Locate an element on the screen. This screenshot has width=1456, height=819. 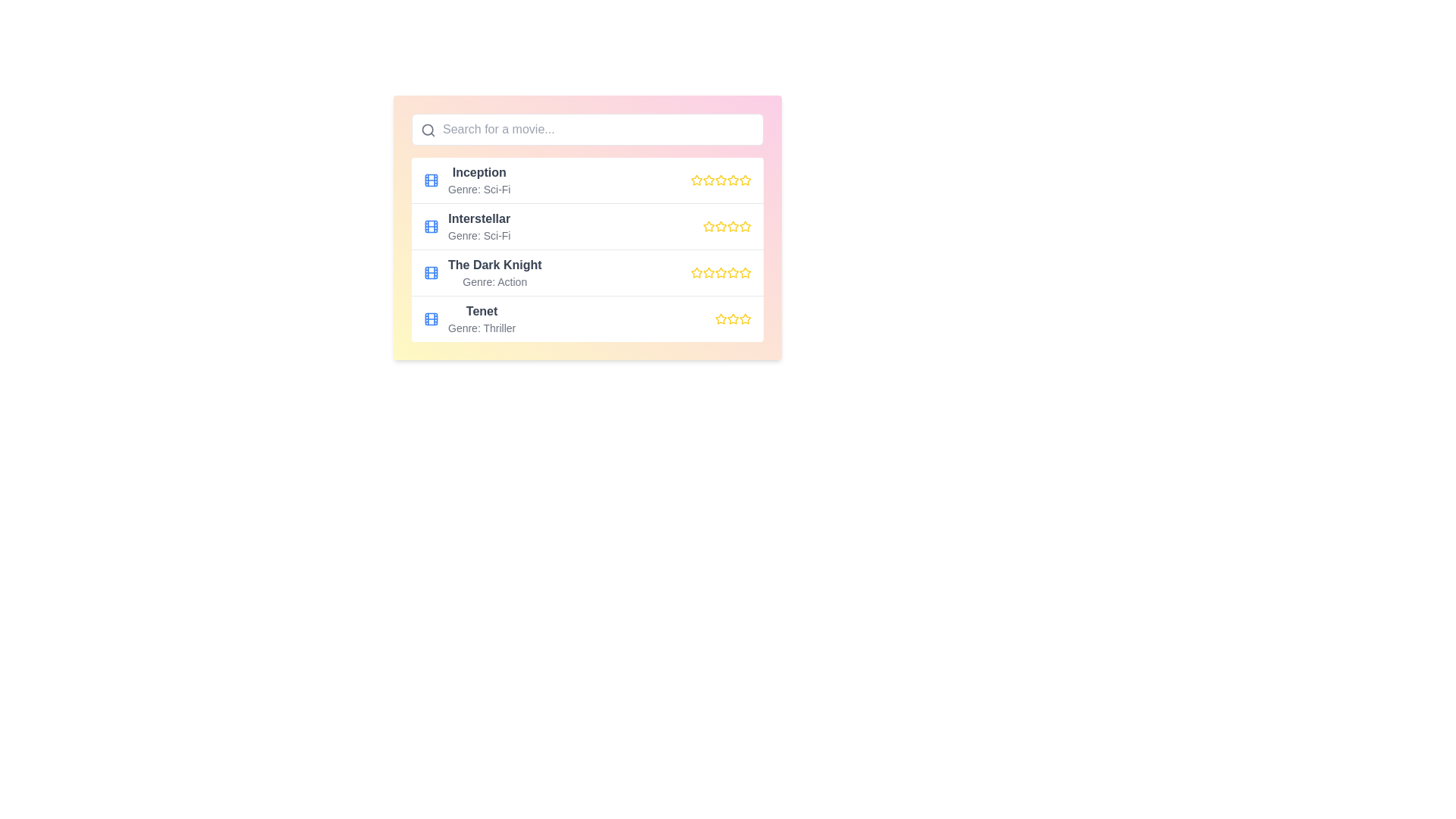
the fifth star icon styled in yellow, which represents the rating for the movie 'Interstellar', located on the second row of the rating stars is located at coordinates (733, 227).